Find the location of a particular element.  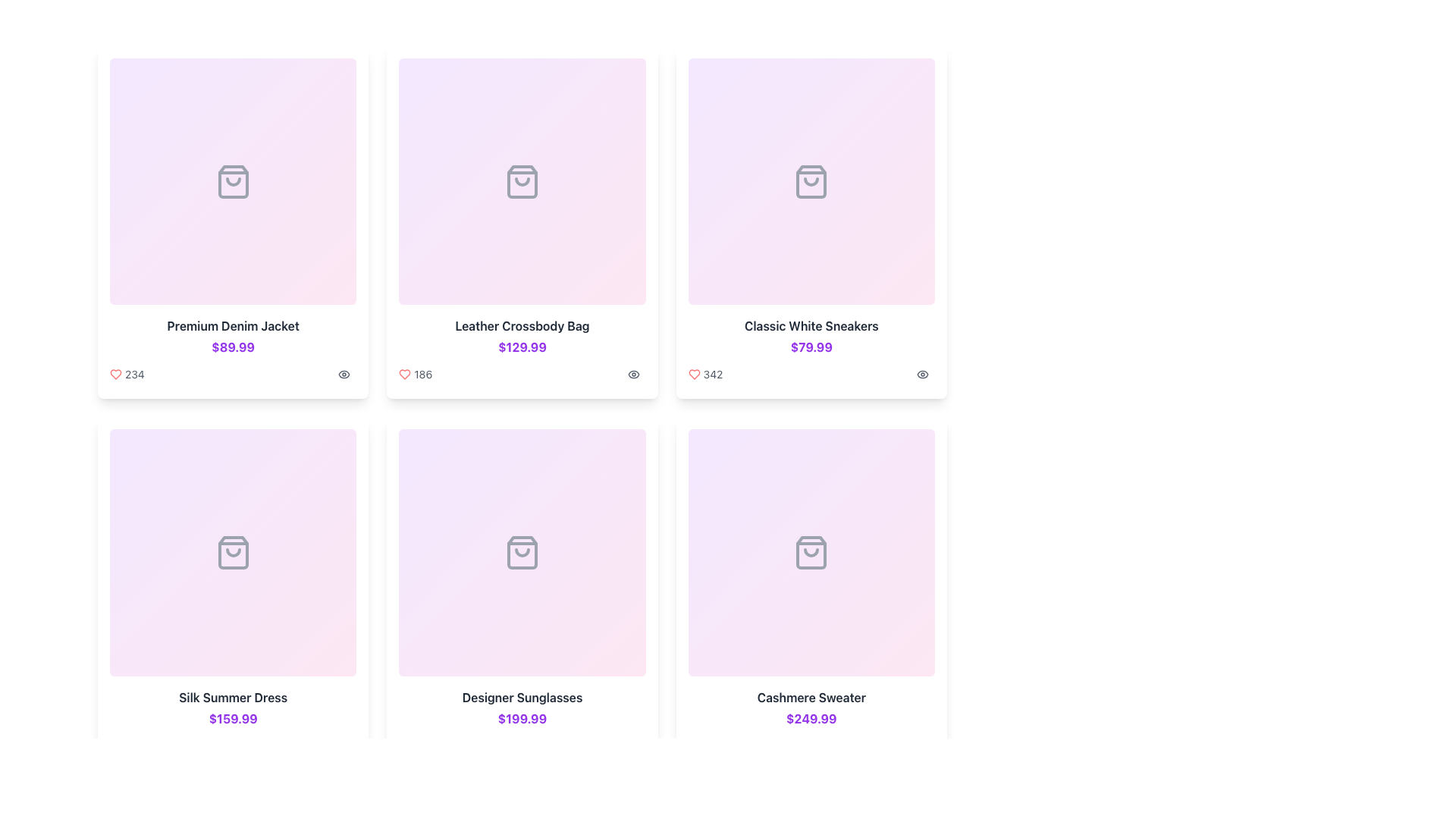

the shopping bag icon located in the top row, third card from the left, which has a gray outline that turns purple on hover is located at coordinates (811, 180).